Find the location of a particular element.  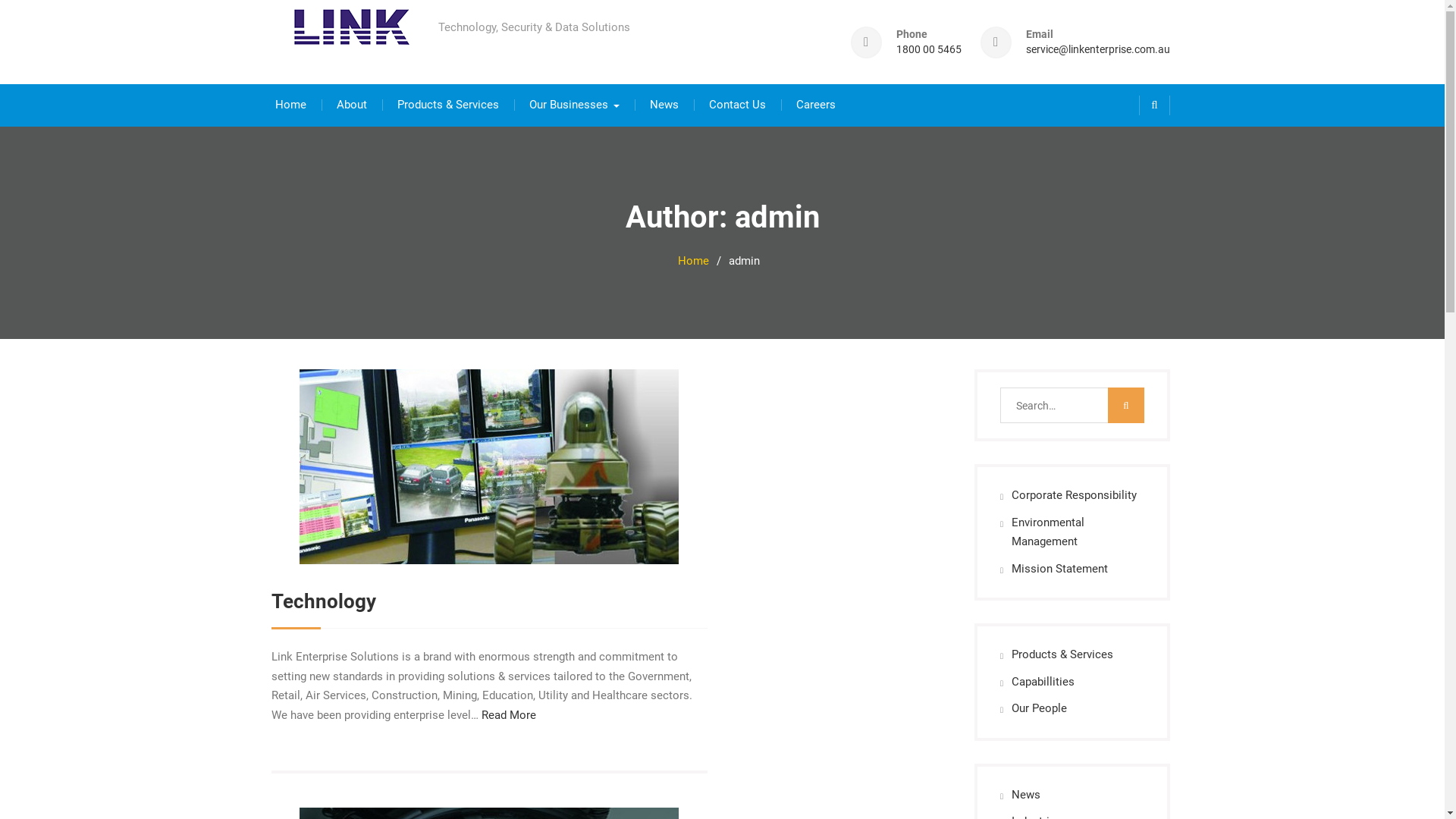

'Contact Us' is located at coordinates (736, 104).